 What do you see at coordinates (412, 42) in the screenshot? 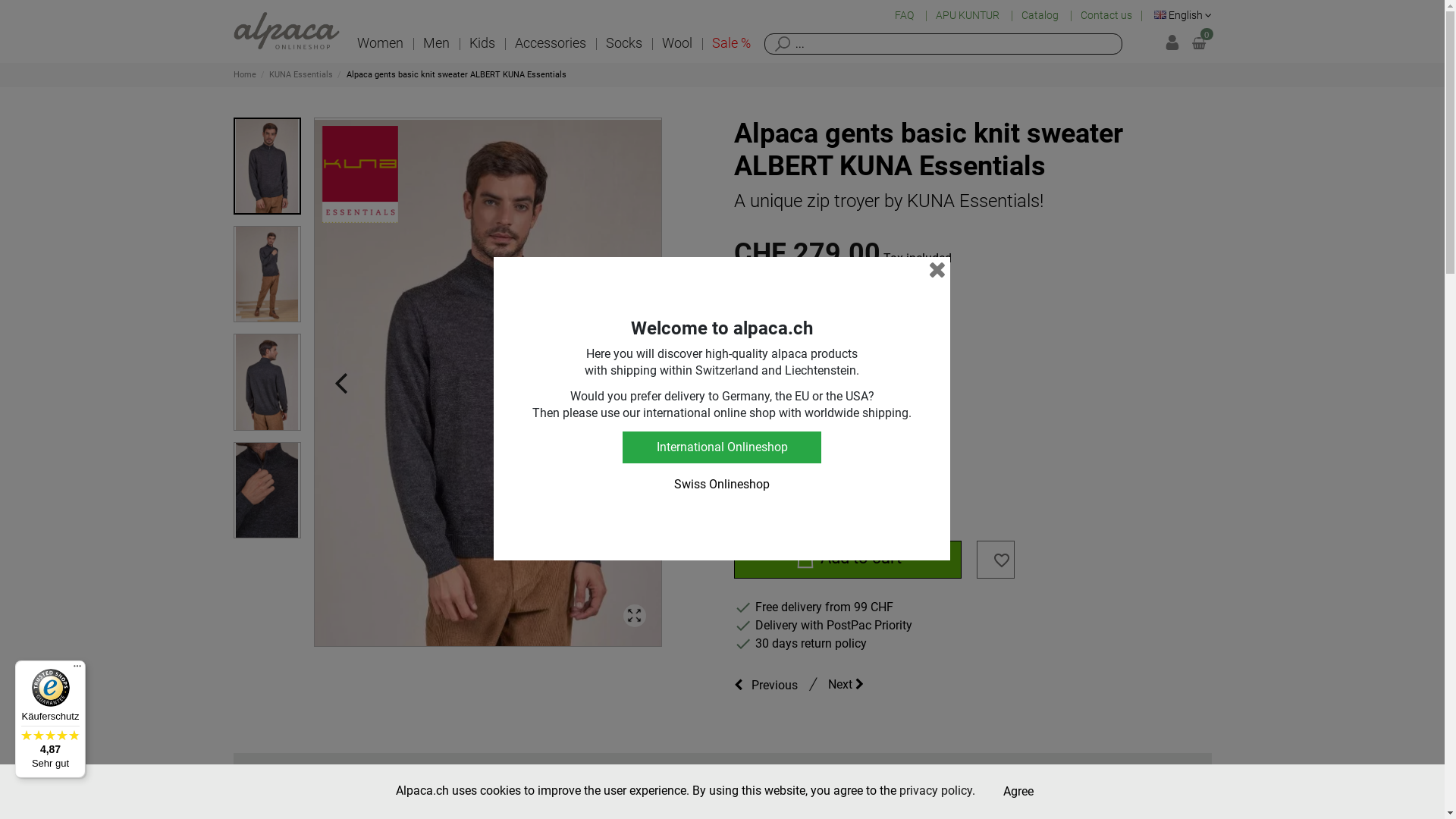
I see `'Men'` at bounding box center [412, 42].